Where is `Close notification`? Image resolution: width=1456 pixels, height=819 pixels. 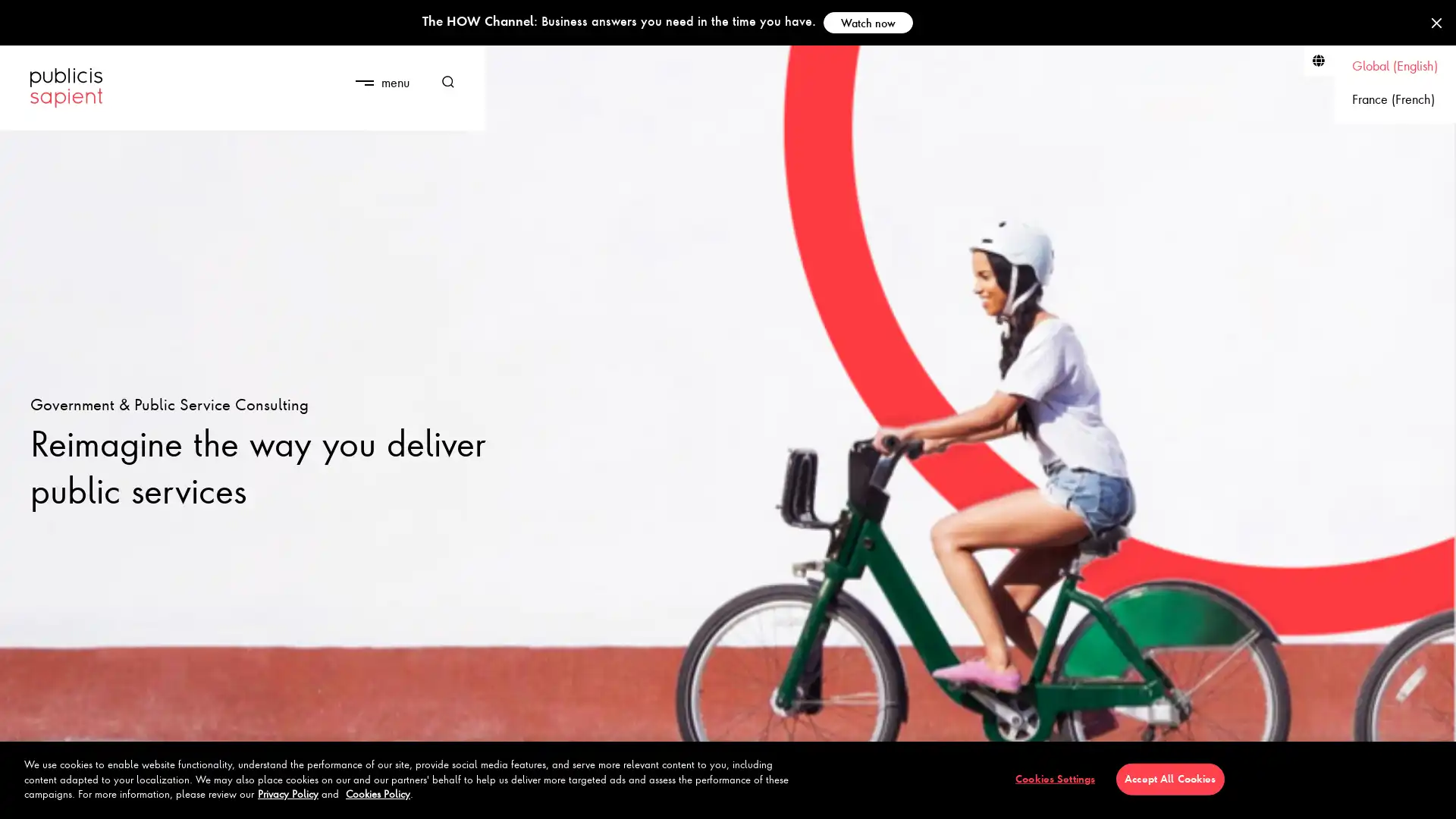 Close notification is located at coordinates (1436, 23).